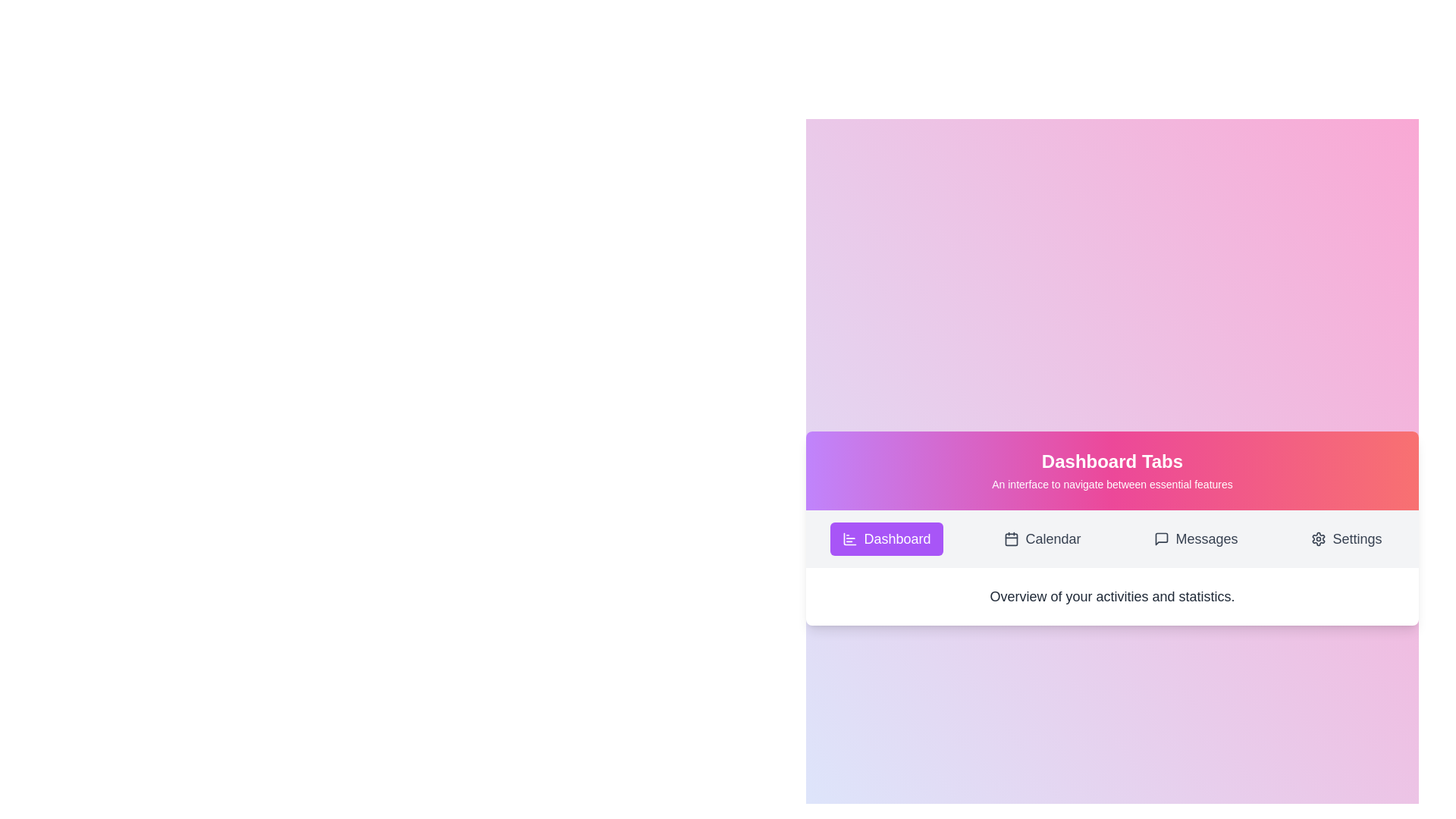  What do you see at coordinates (1195, 538) in the screenshot?
I see `the 'Messages' button, which is a rectangular button with a light gray background and a message bubble icon, located in the navigation bar between the 'Calendar' and 'Settings' buttons` at bounding box center [1195, 538].